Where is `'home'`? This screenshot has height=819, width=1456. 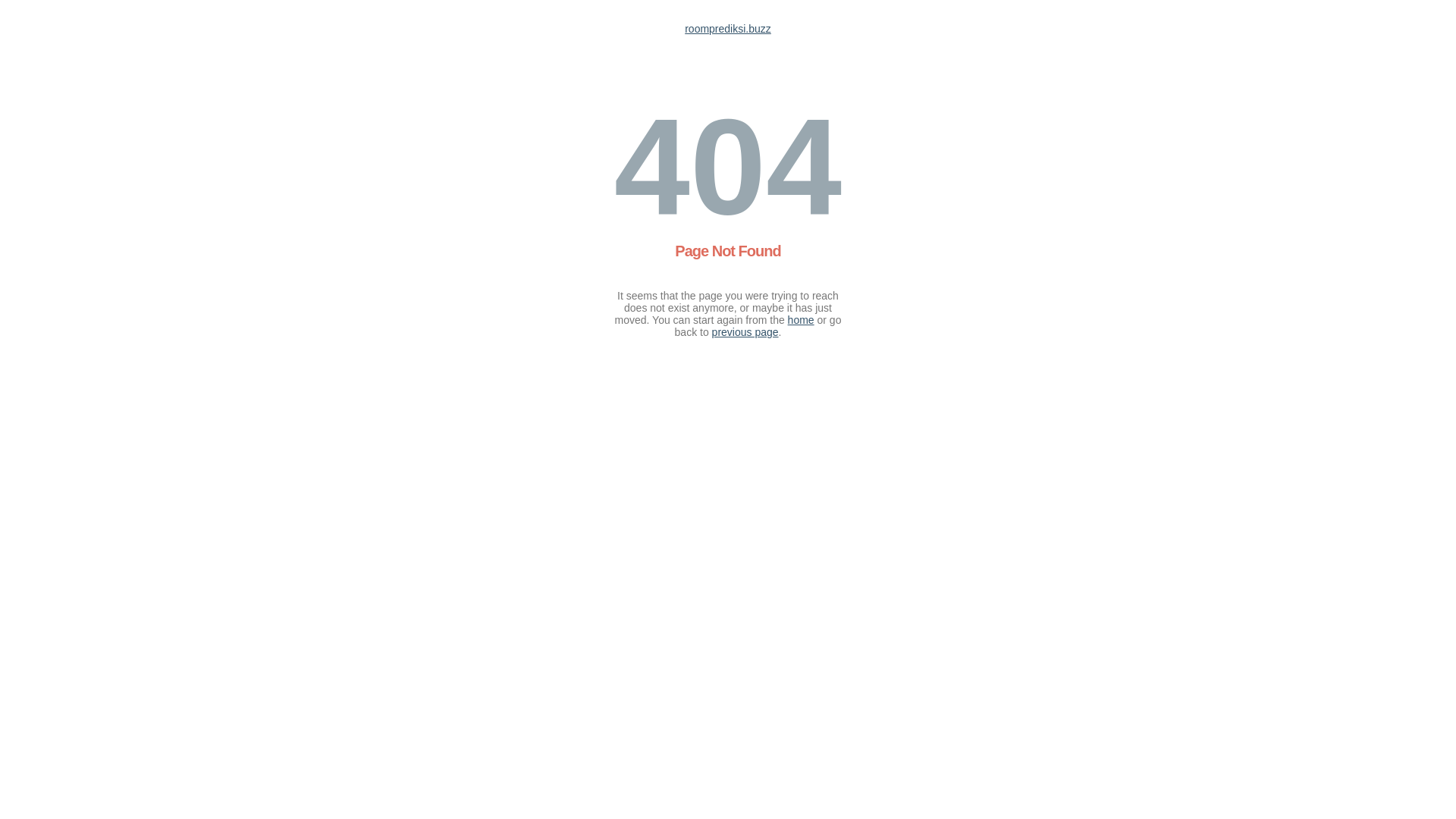 'home' is located at coordinates (787, 318).